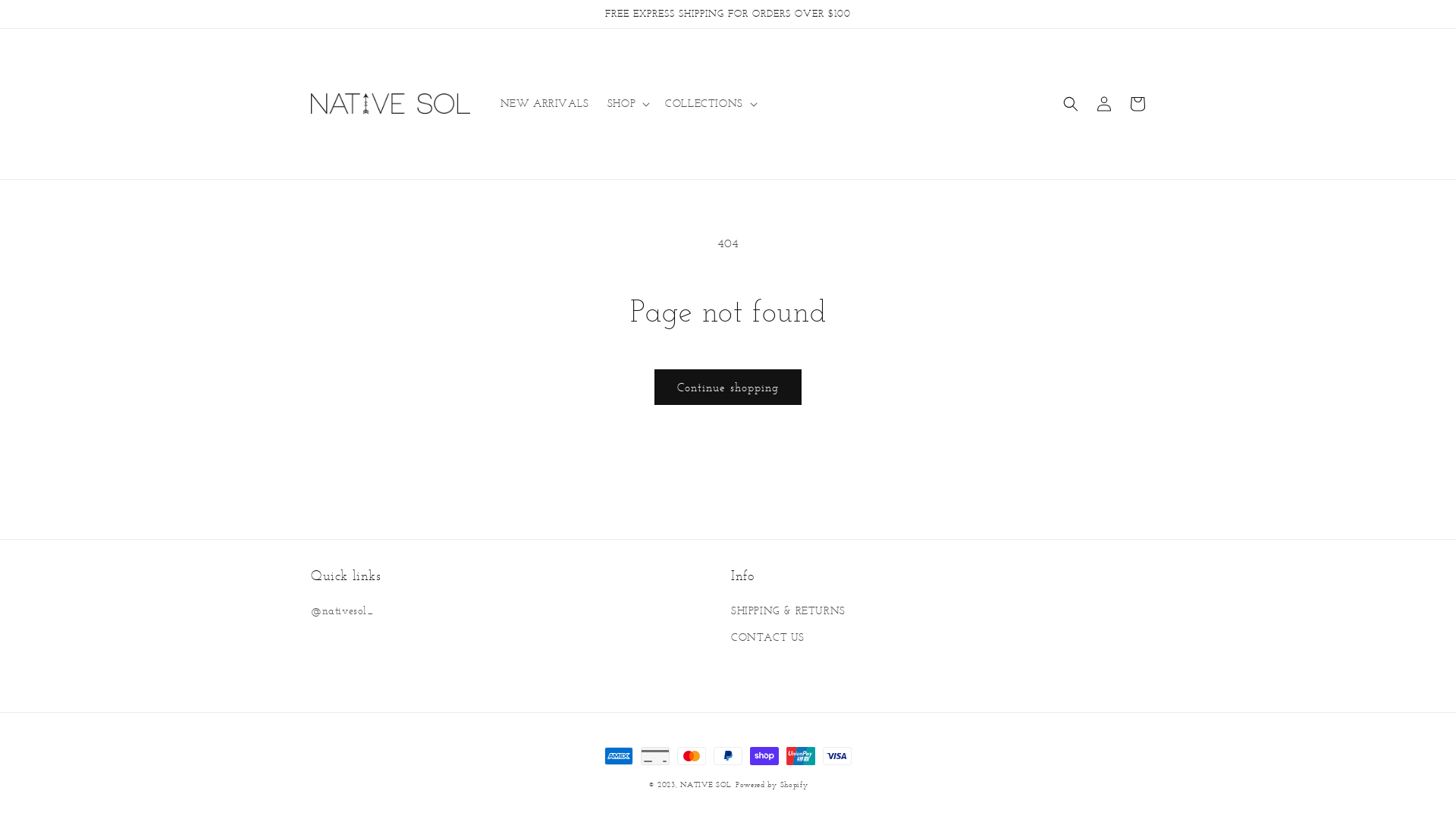 Image resolution: width=1456 pixels, height=819 pixels. What do you see at coordinates (788, 611) in the screenshot?
I see `'SHIPPING & RETURNS'` at bounding box center [788, 611].